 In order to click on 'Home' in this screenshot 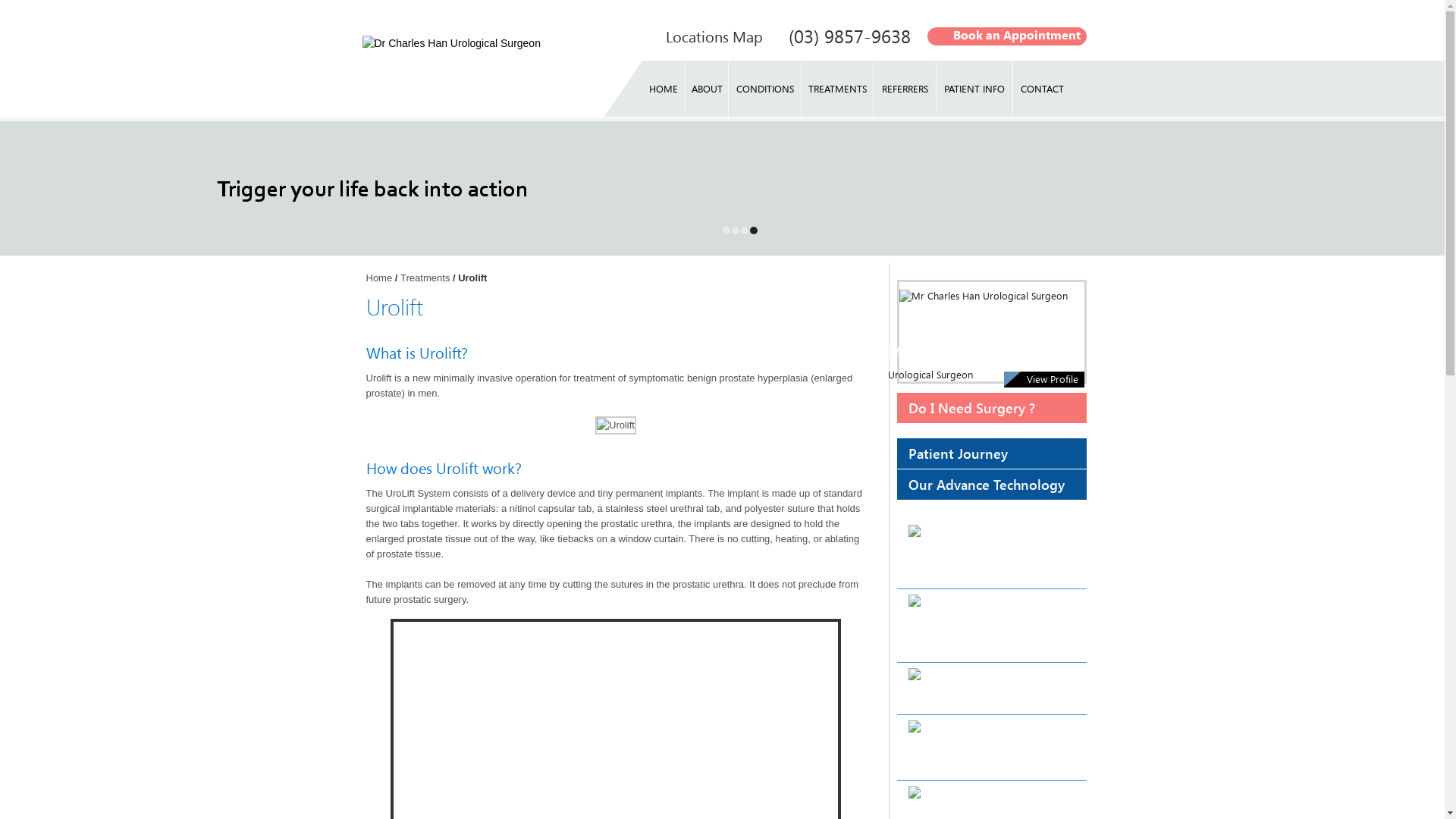, I will do `click(378, 278)`.